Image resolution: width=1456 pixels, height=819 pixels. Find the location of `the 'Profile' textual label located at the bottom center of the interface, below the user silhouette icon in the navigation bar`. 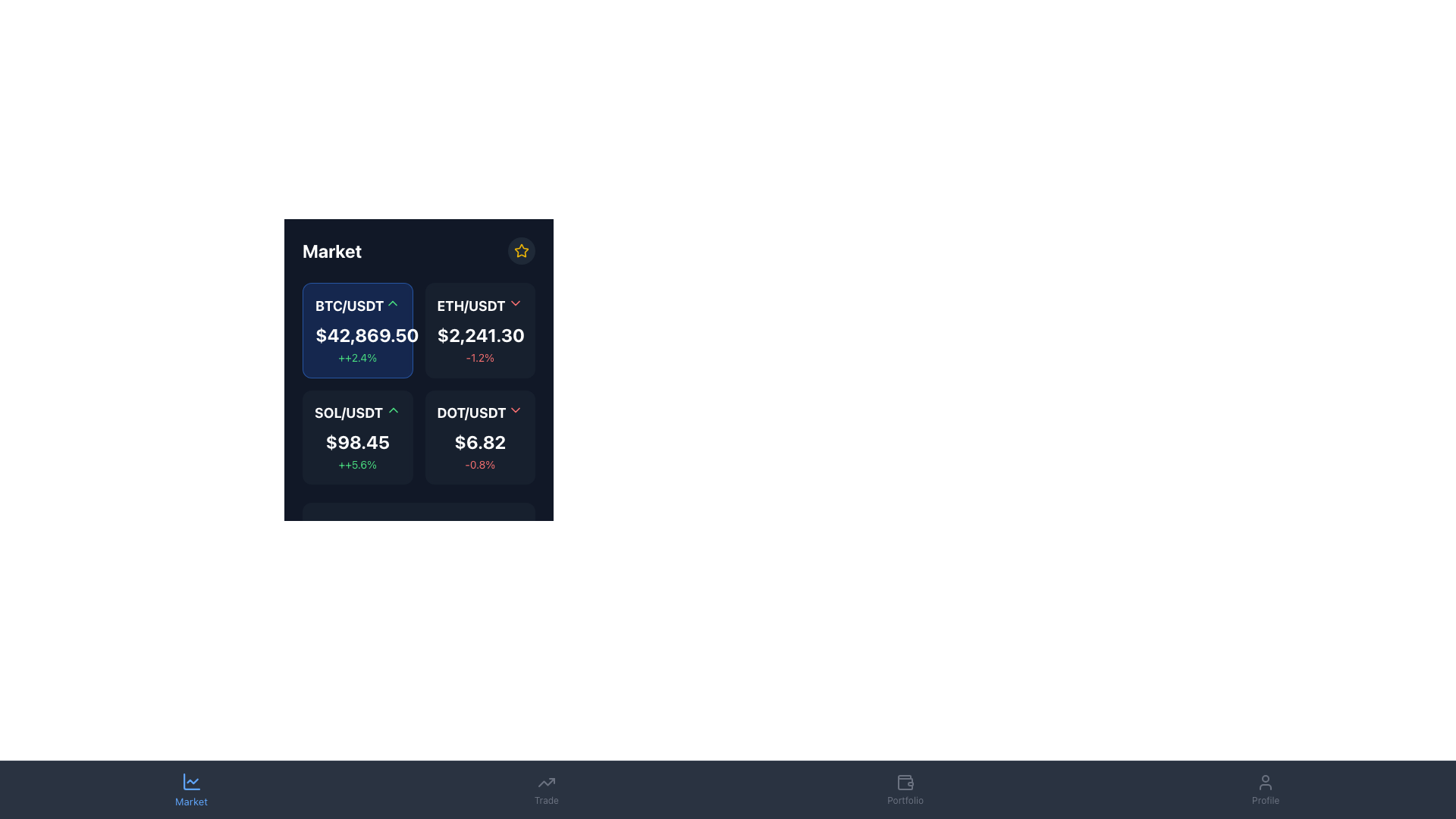

the 'Profile' textual label located at the bottom center of the interface, below the user silhouette icon in the navigation bar is located at coordinates (1266, 800).